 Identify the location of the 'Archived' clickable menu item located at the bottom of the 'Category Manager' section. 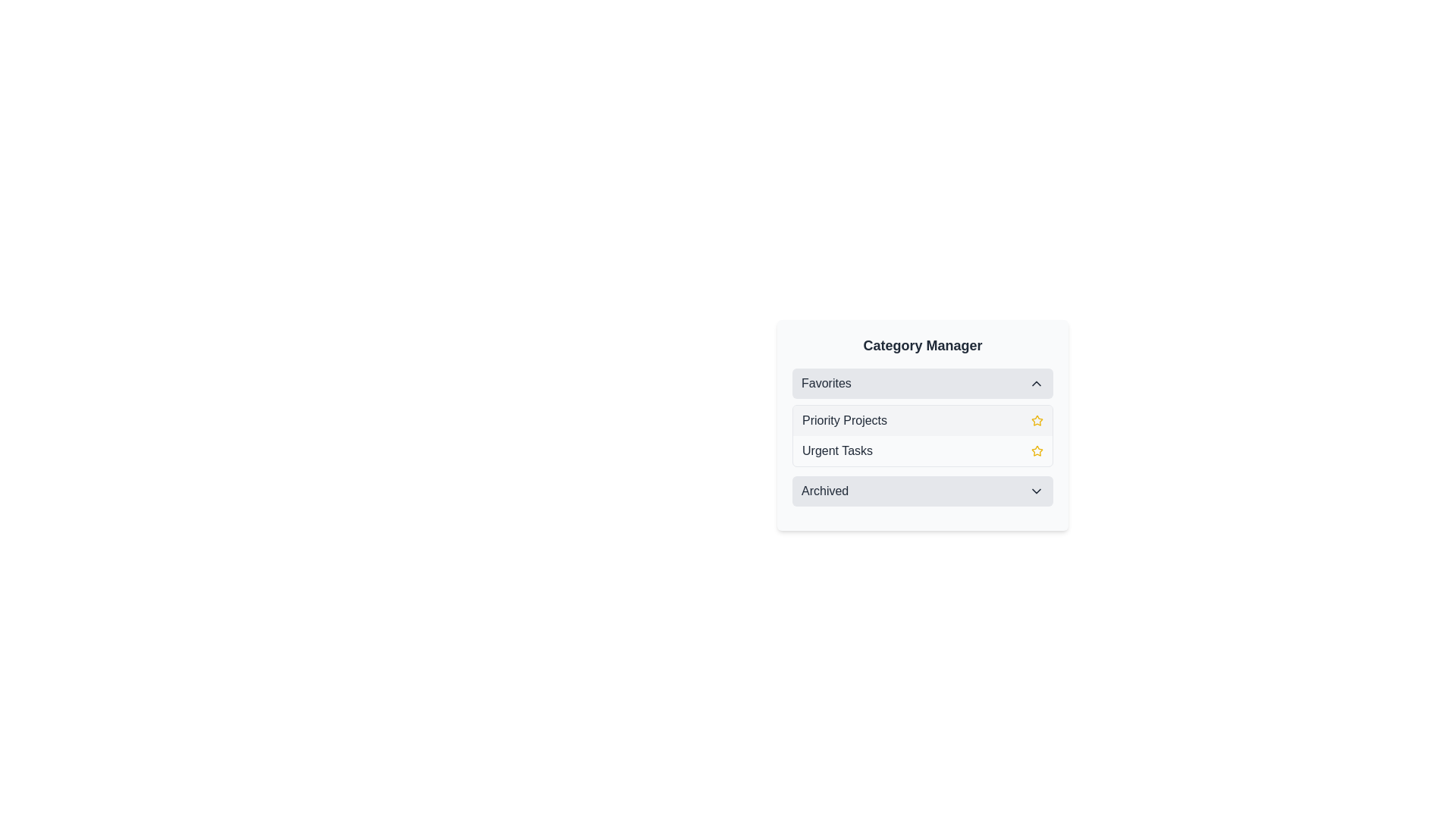
(922, 491).